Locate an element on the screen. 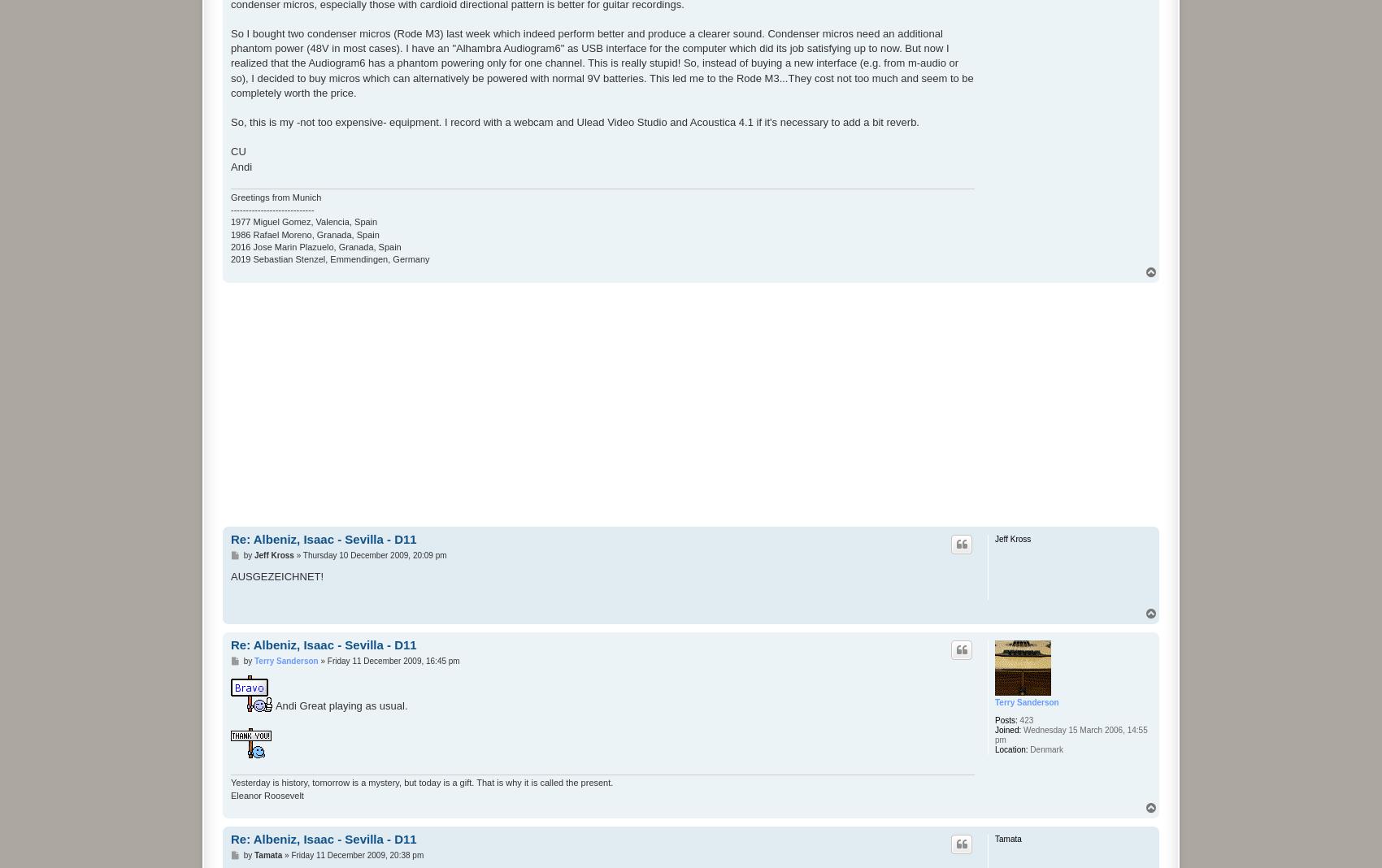 Image resolution: width=1382 pixels, height=868 pixels. 'Andi  Great playing as usual.' is located at coordinates (339, 705).